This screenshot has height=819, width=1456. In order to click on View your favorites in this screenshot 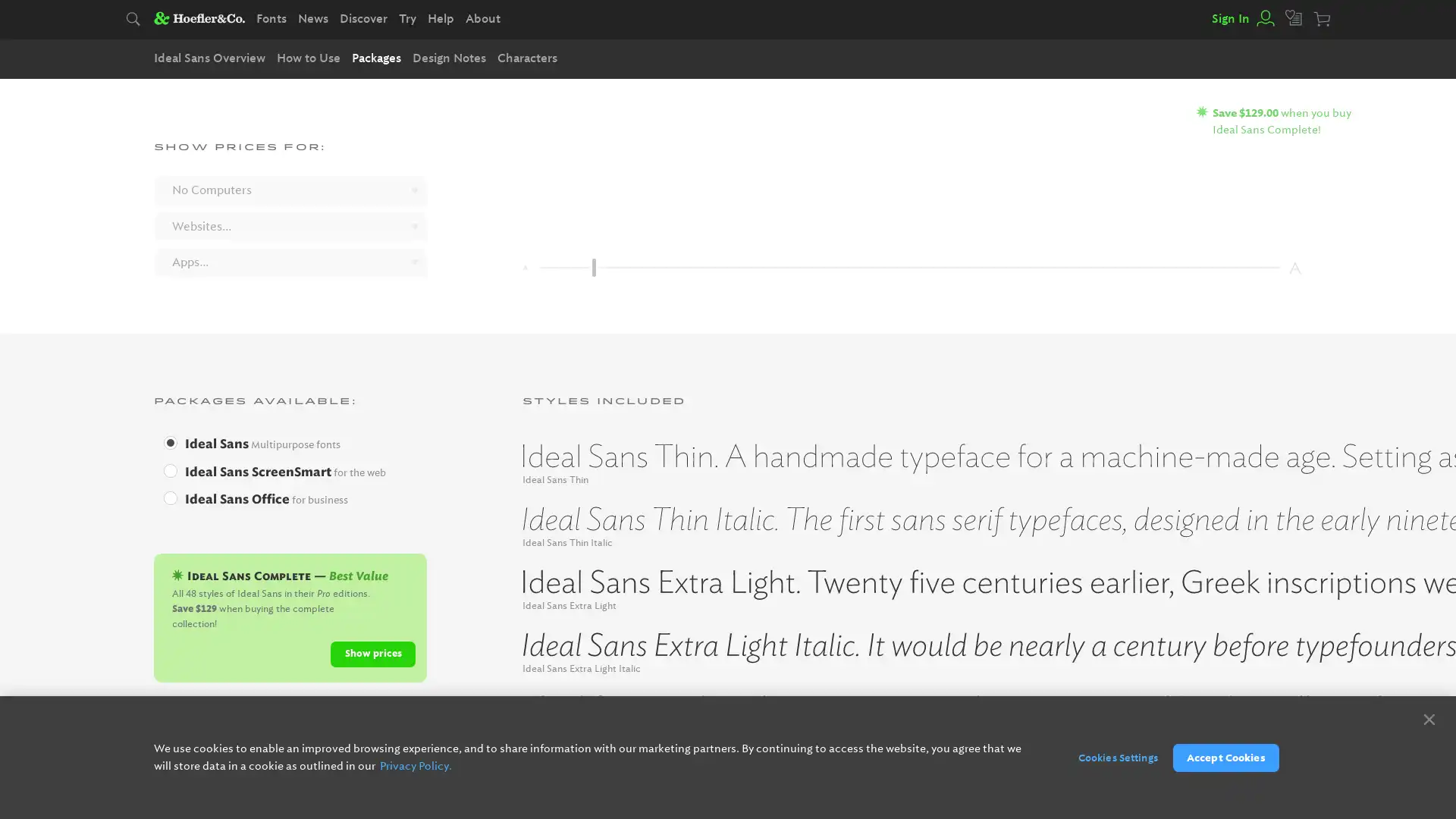, I will do `click(1294, 18)`.